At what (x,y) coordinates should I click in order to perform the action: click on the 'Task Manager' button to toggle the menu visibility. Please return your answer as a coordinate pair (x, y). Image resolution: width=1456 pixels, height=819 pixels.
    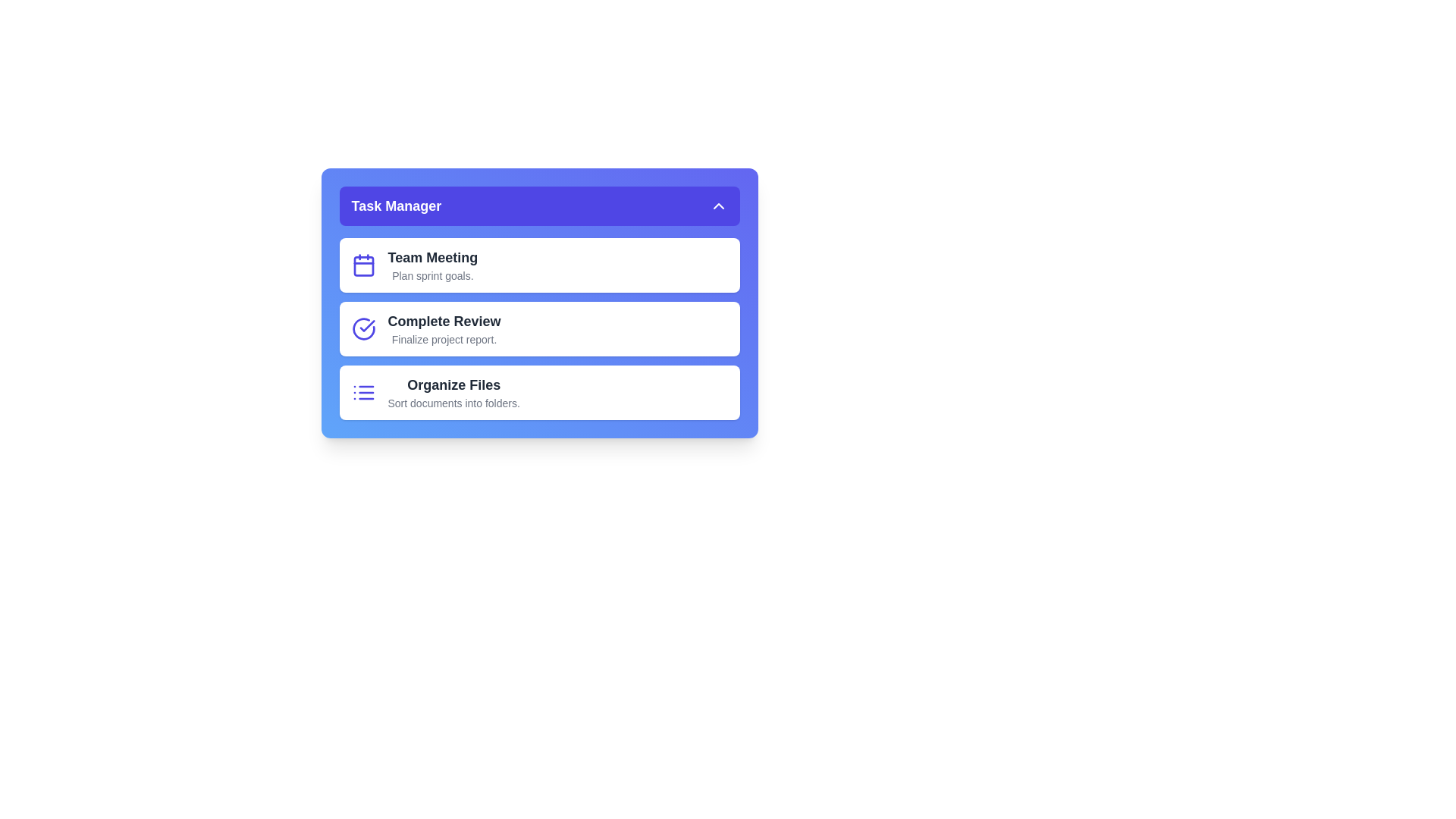
    Looking at the image, I should click on (539, 206).